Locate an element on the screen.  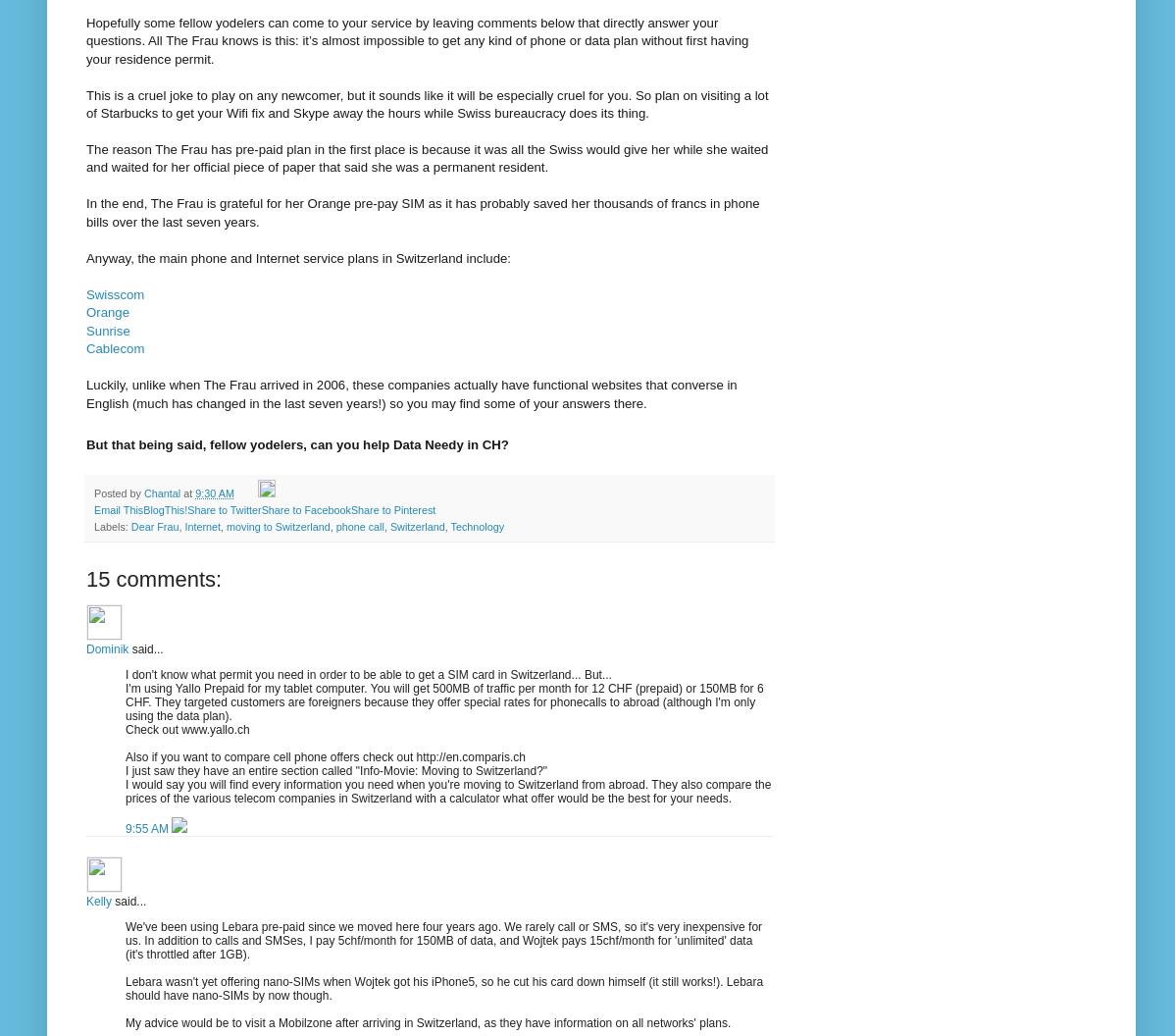
'We've been using Lebara pre-paid since we moved here four years ago. We rarely call or SMS, so it's very inexpensive for us. In addition to calls and SMSes, I pay 5chf/month for 150MB of data, and Wojtek pays 15chf/month for 'unlimited' data (it's throttled after 1GB).' is located at coordinates (443, 940).